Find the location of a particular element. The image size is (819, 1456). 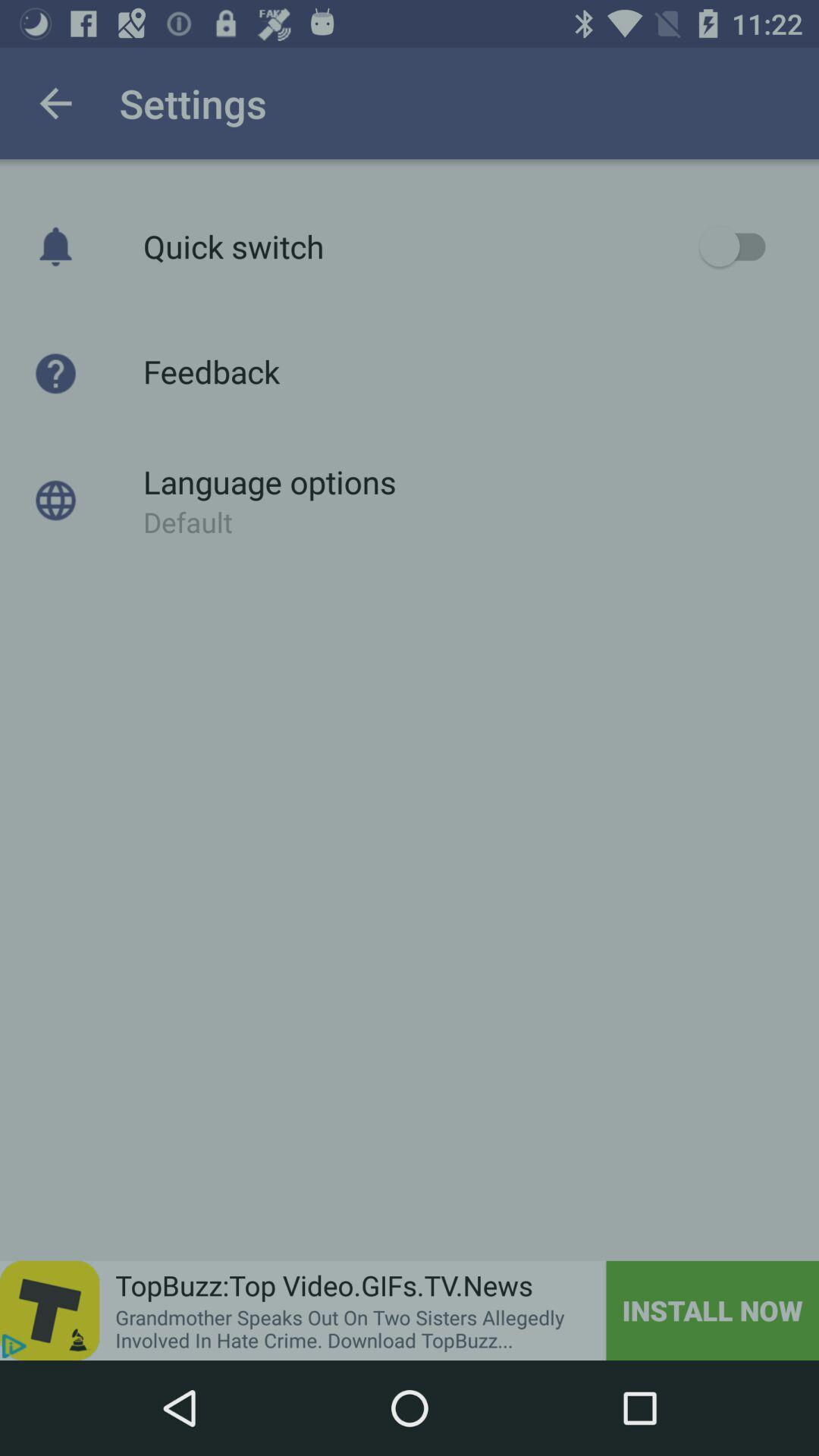

the font icon is located at coordinates (49, 1310).